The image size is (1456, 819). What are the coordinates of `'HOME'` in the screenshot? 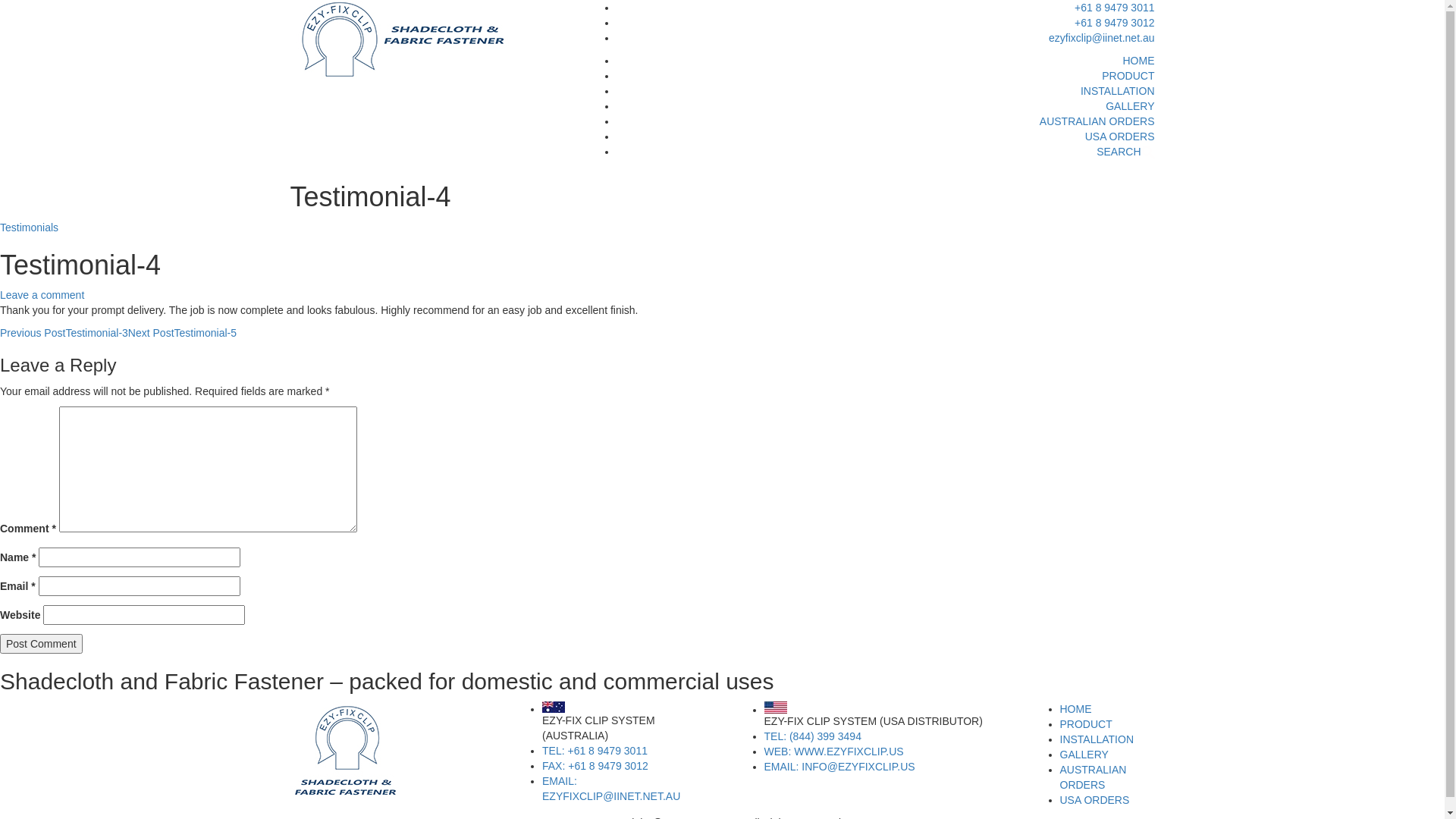 It's located at (1138, 60).